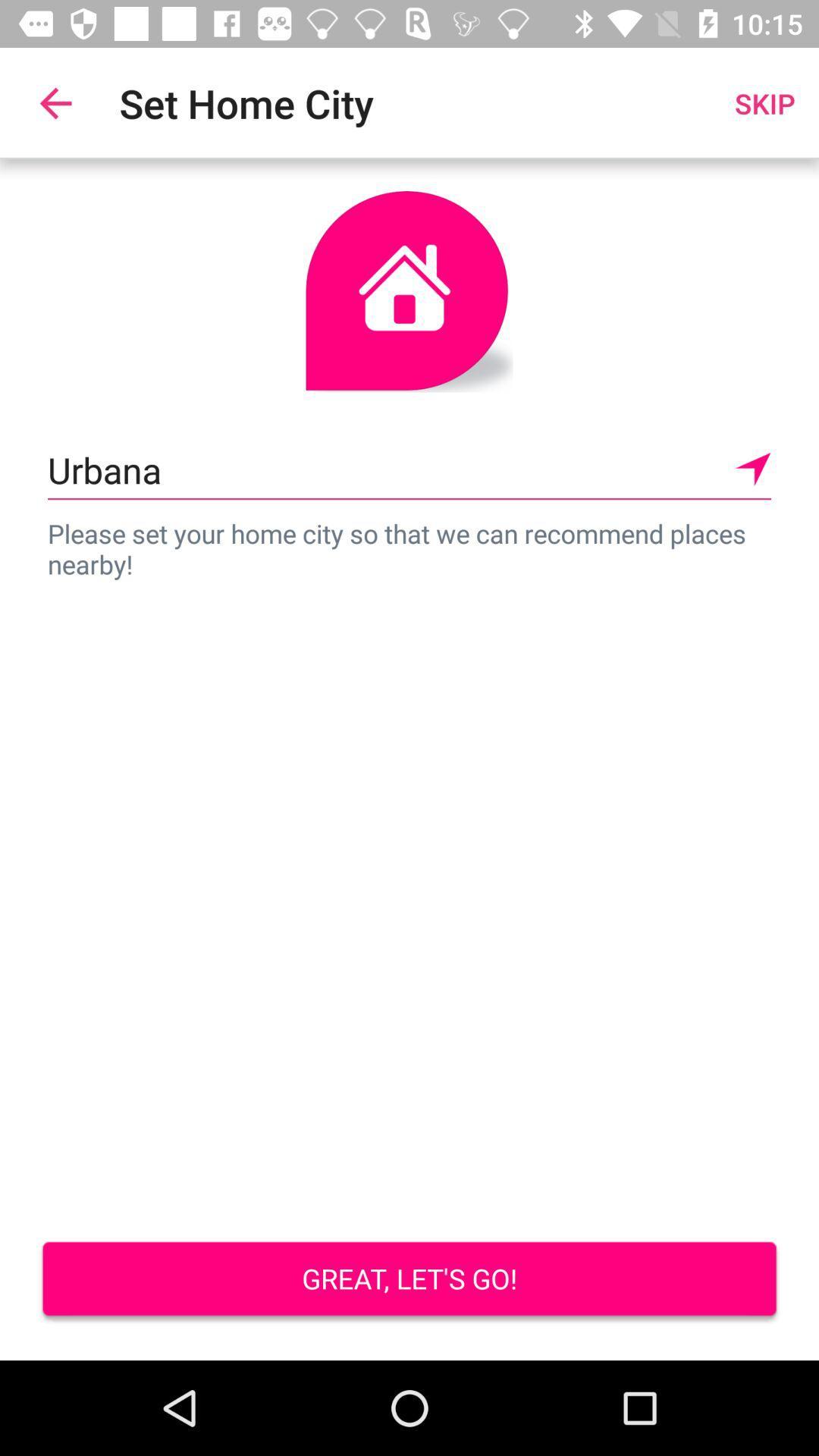 This screenshot has height=1456, width=819. I want to click on the skip at the top right corner, so click(764, 102).